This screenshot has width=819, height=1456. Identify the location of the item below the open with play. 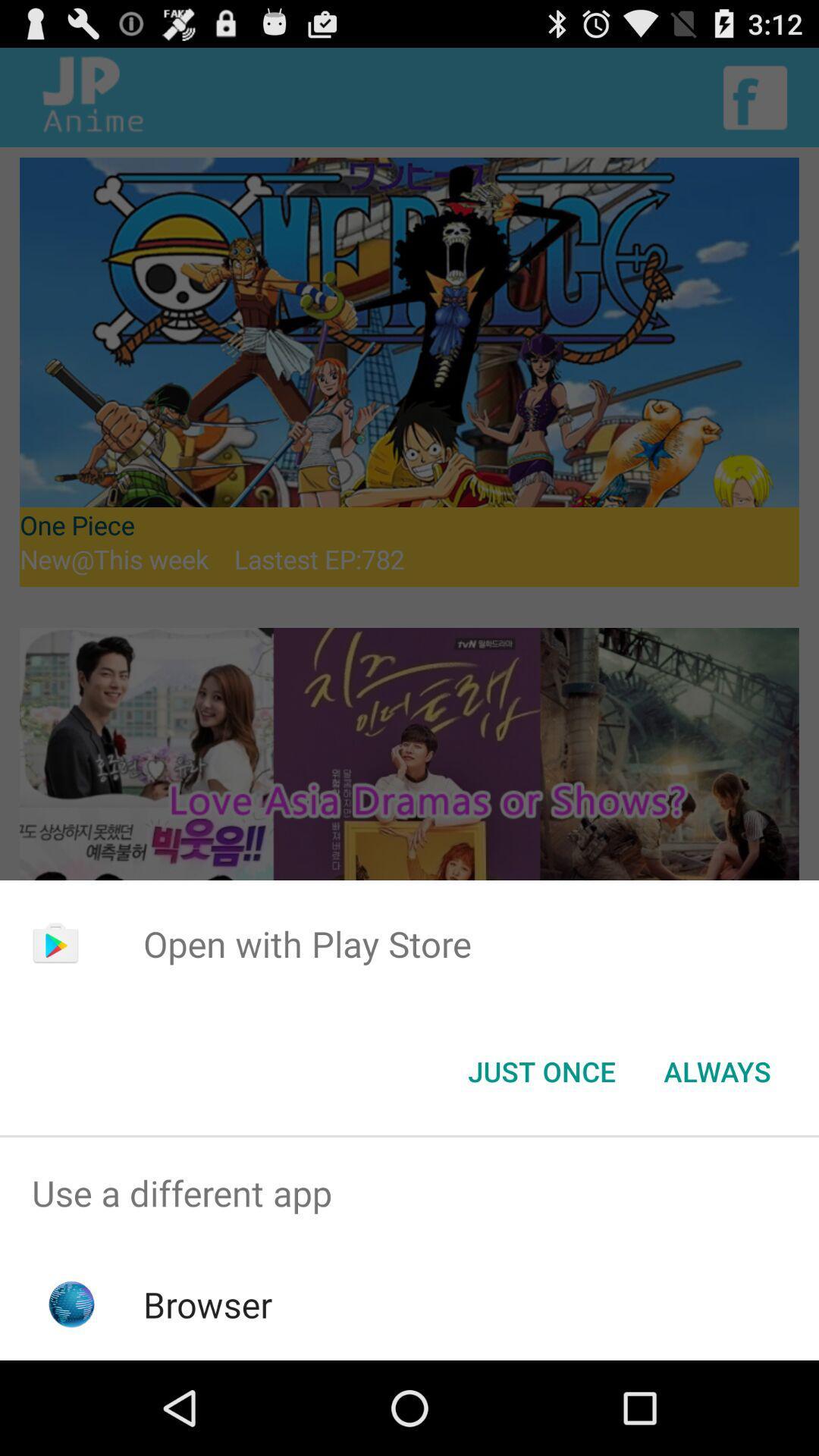
(541, 1070).